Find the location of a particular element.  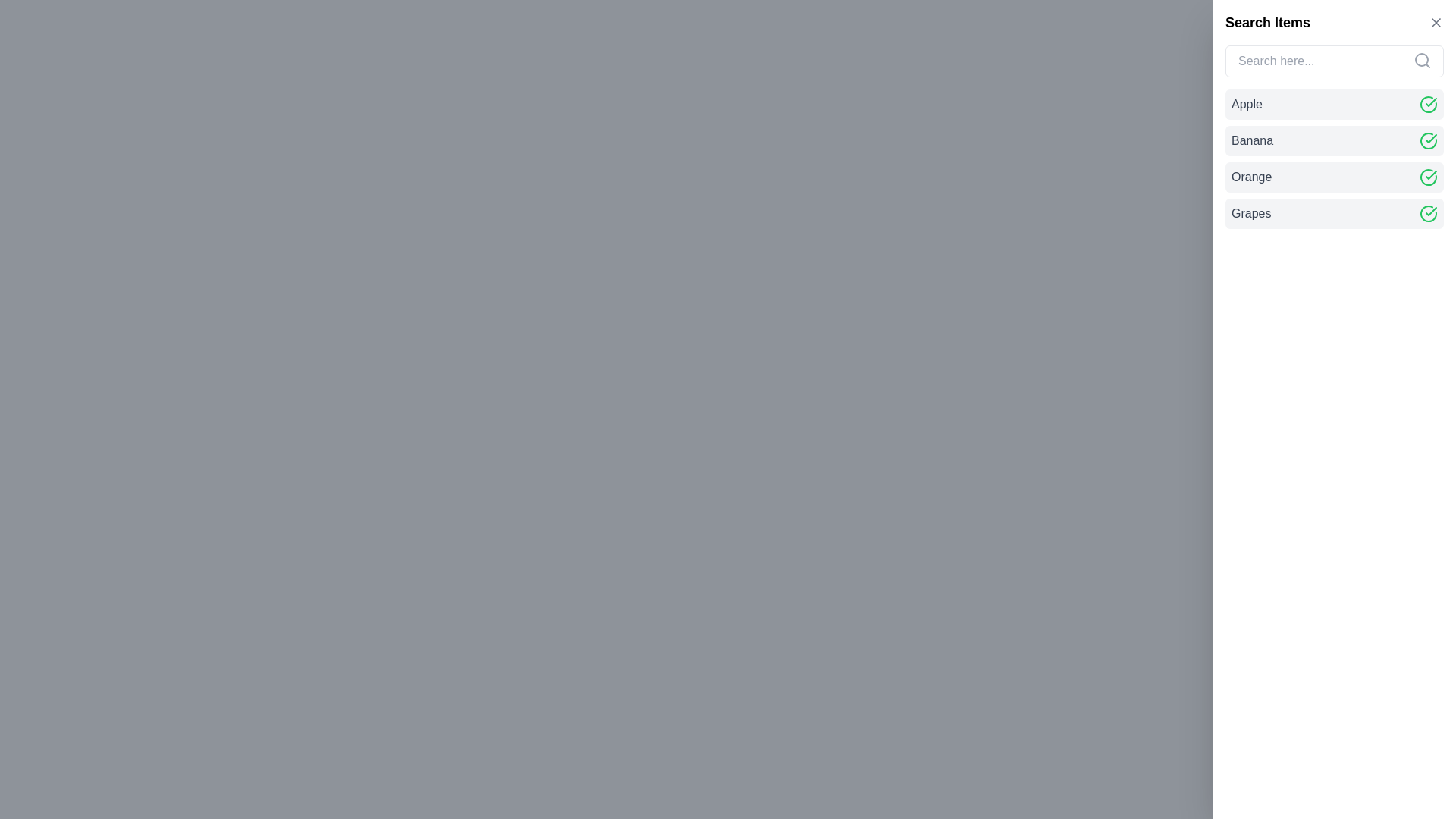

the static text element displaying 'Orange', which is the second item in a vertically arranged list within a panel is located at coordinates (1251, 177).